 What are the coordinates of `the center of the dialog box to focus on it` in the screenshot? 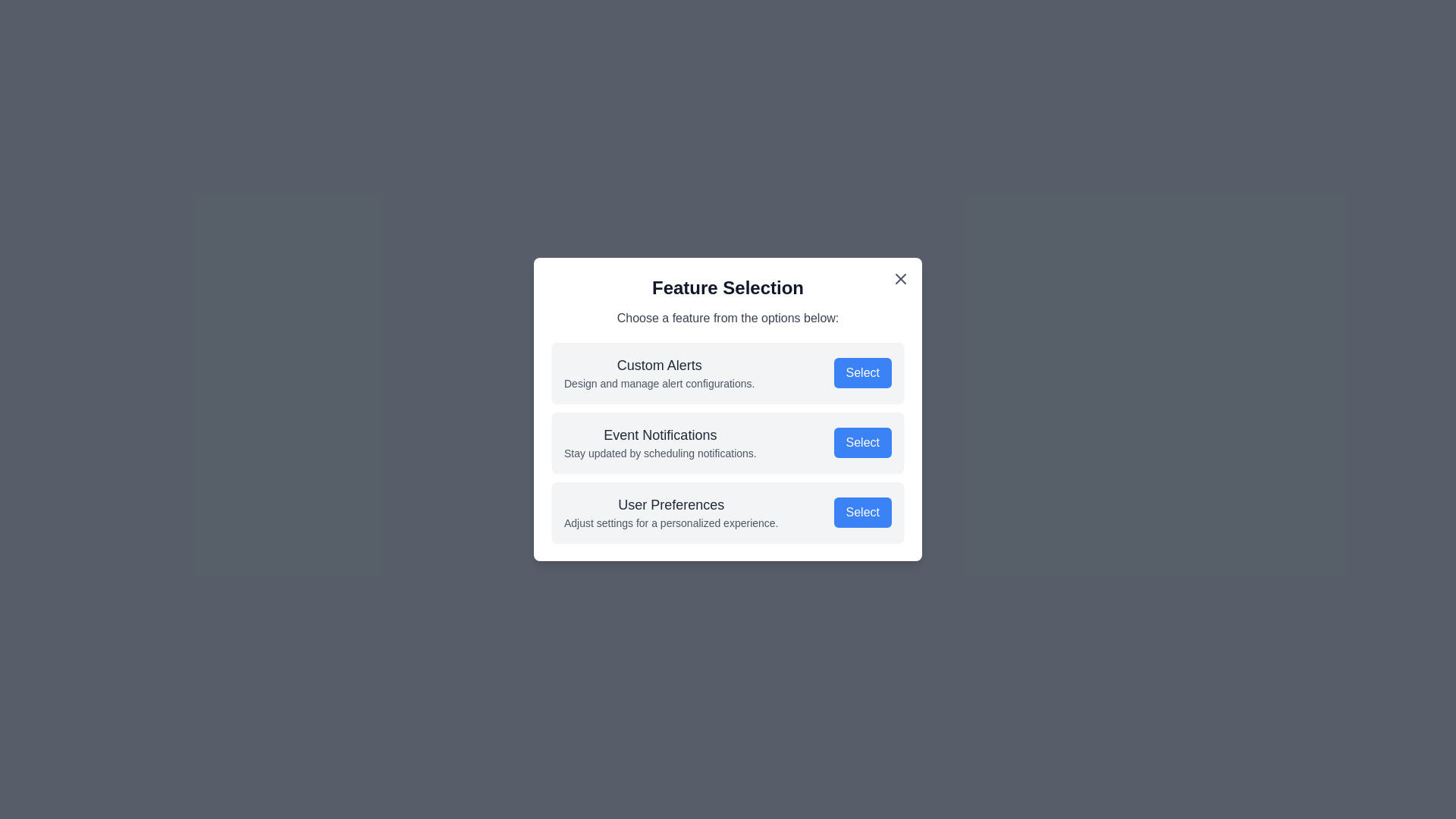 It's located at (728, 409).